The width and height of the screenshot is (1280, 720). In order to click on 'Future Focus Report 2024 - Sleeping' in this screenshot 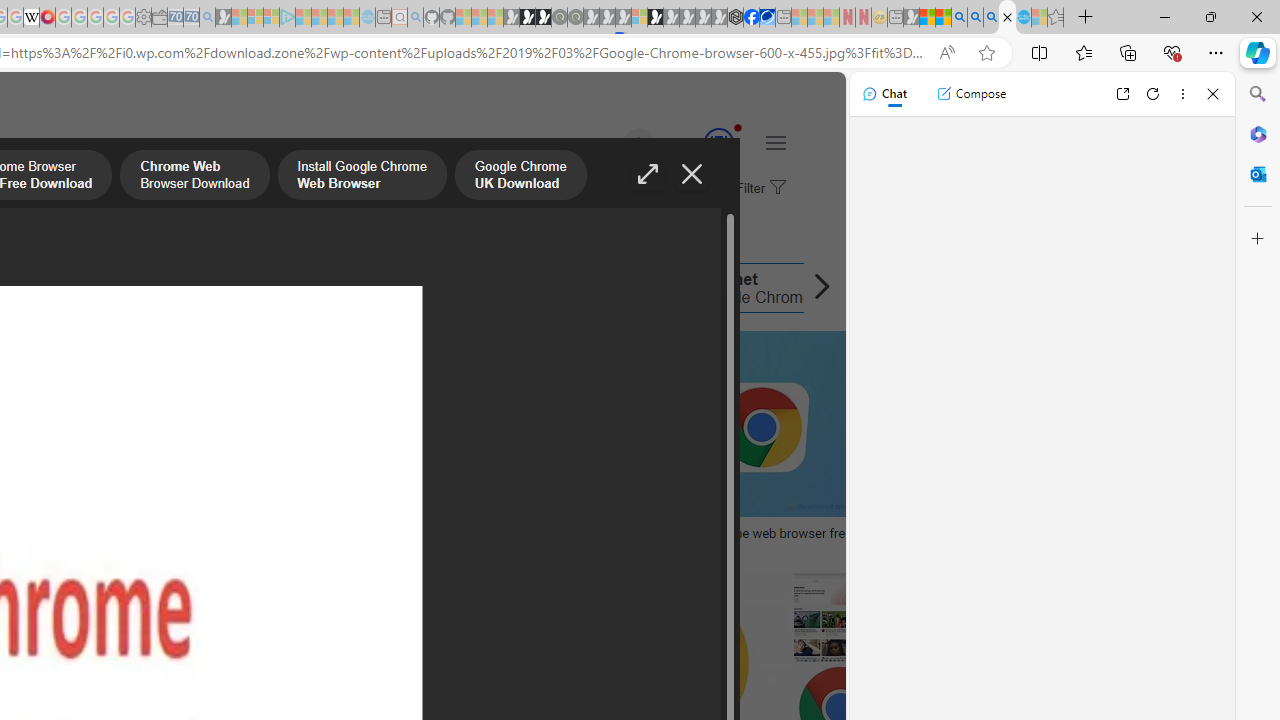, I will do `click(574, 17)`.